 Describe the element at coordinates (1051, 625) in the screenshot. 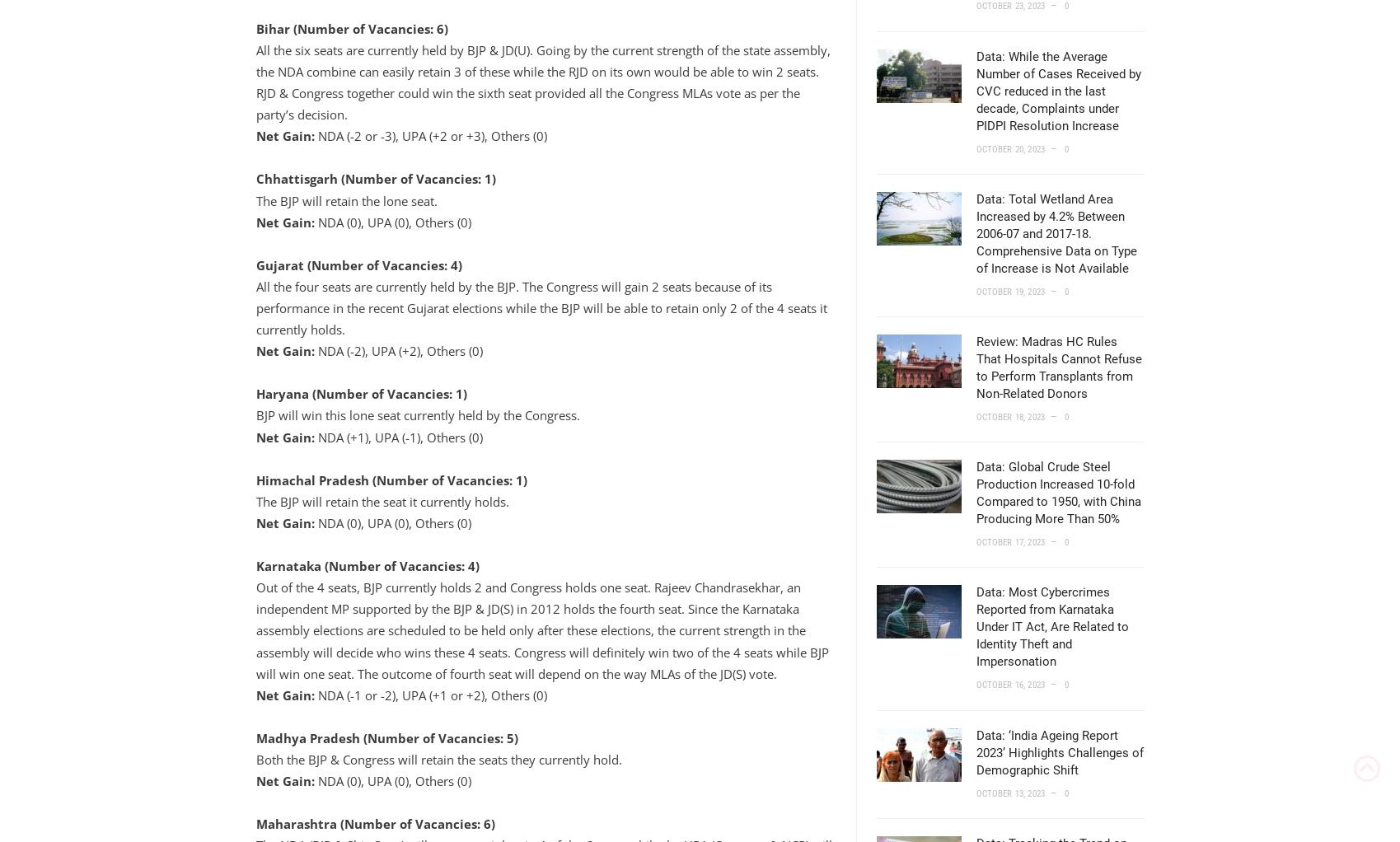

I see `'Data: Most Cybercrimes Reported from Karnataka Under IT Act, Are Related to Identity Theft and Impersonation'` at that location.